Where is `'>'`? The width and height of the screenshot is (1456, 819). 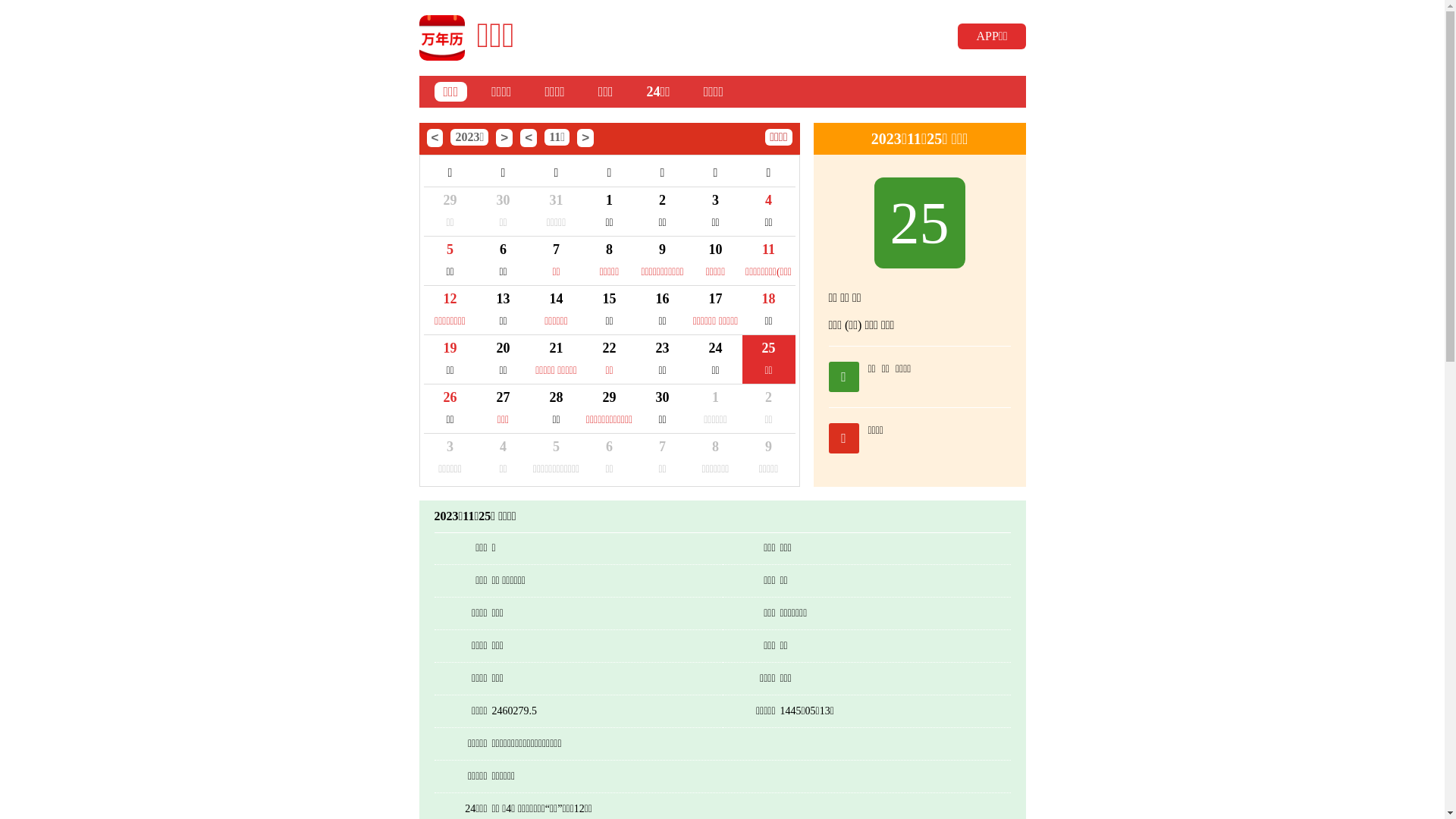
'>' is located at coordinates (576, 137).